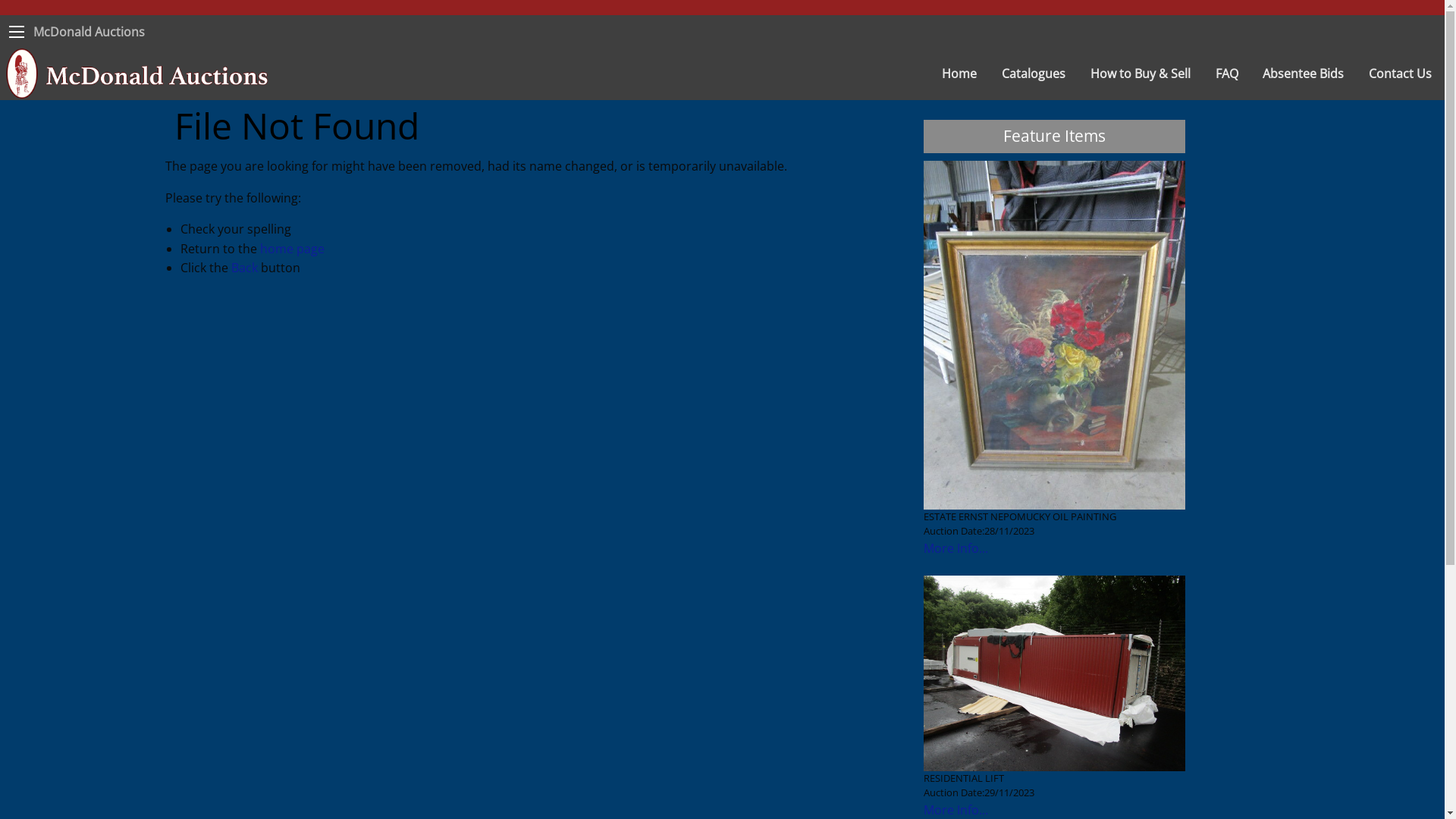 This screenshot has width=1456, height=819. I want to click on 'How to Buy & Sell', so click(1141, 73).